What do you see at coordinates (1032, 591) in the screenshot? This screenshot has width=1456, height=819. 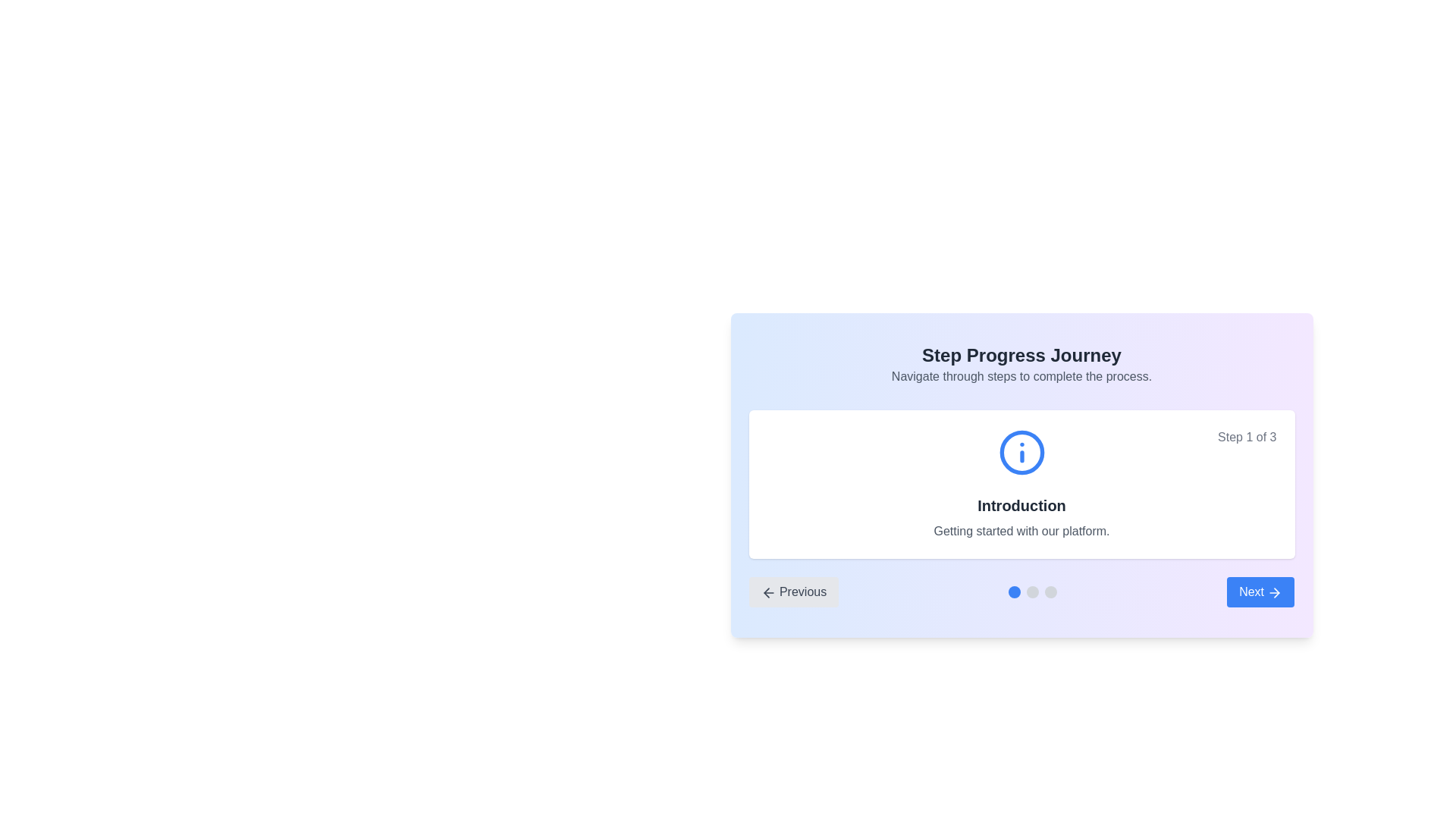 I see `the progress indicator composed of circular status icons` at bounding box center [1032, 591].